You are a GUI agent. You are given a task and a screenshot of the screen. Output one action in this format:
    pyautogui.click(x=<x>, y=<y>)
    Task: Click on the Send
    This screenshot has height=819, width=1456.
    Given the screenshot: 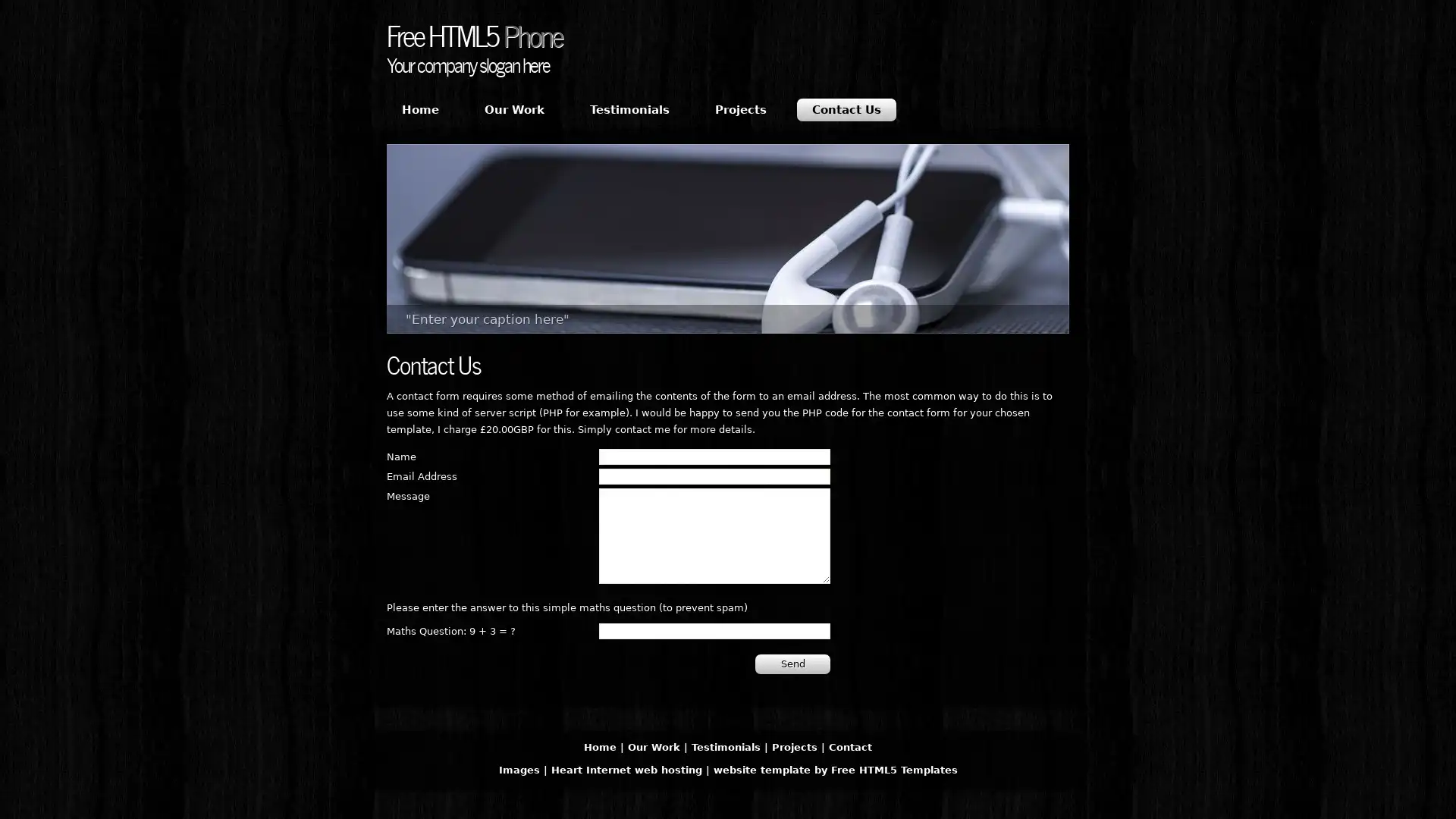 What is the action you would take?
    pyautogui.click(x=792, y=663)
    